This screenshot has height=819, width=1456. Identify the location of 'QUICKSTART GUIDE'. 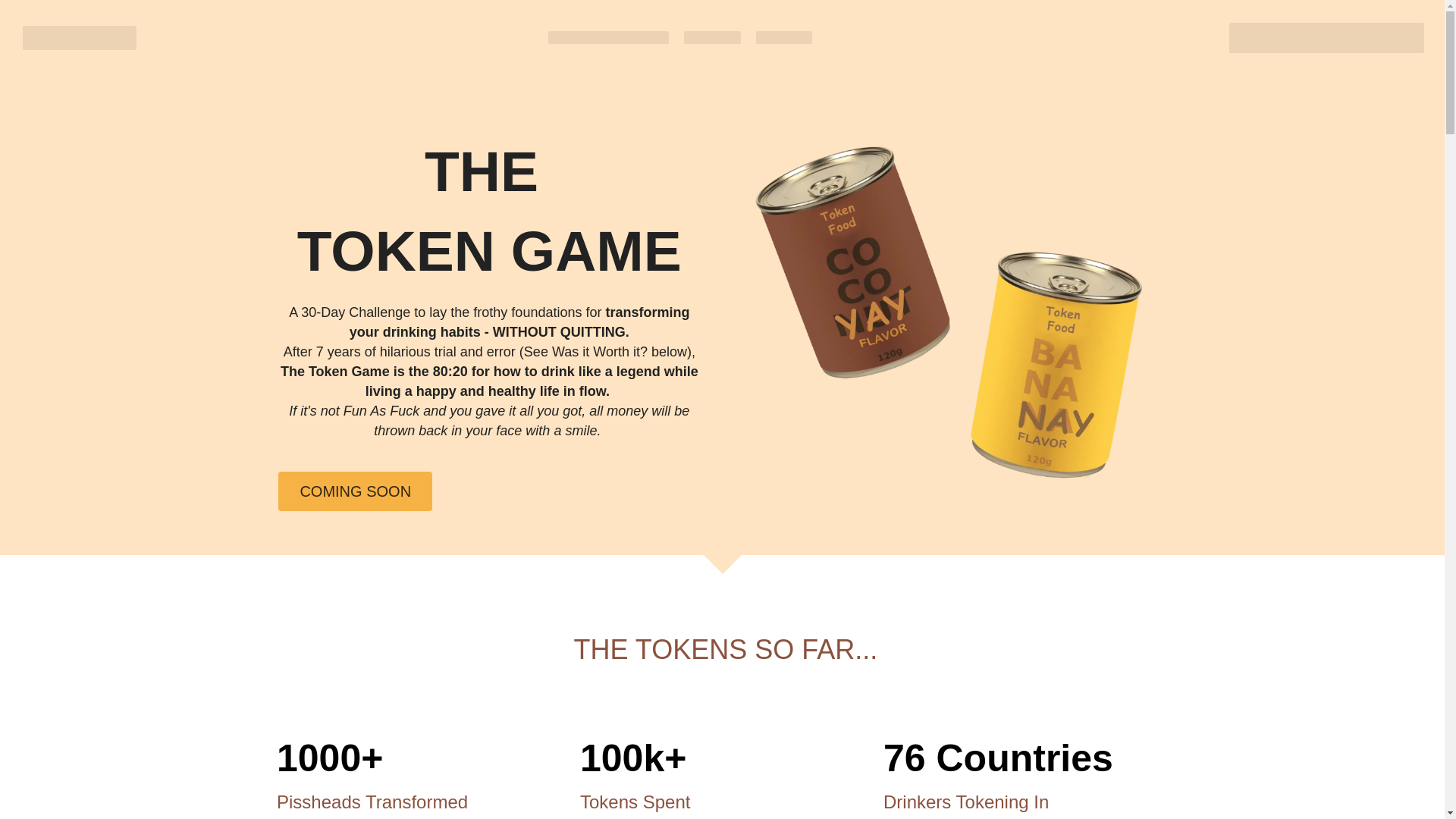
(608, 36).